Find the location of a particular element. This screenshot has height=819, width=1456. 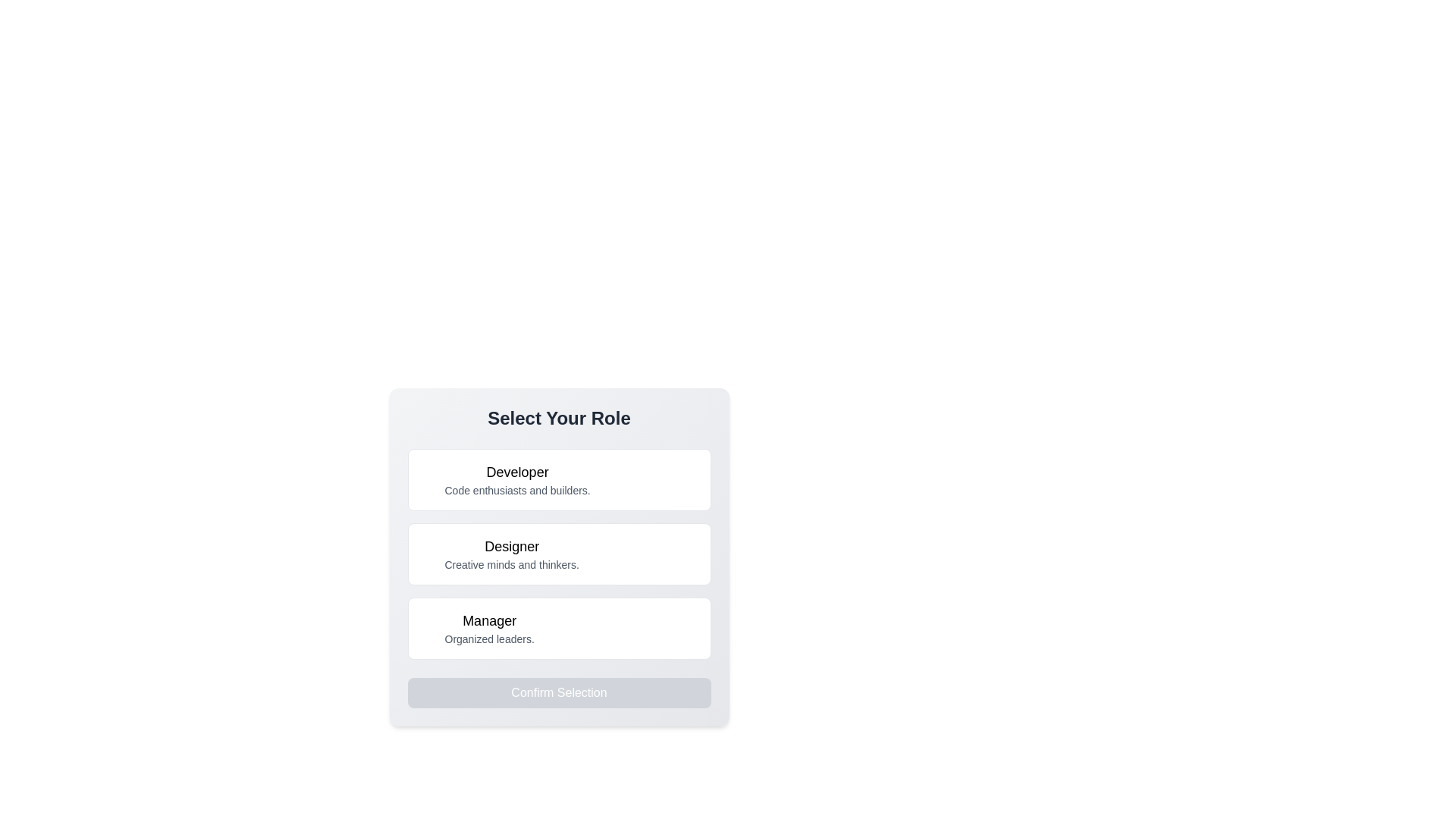

the 'Developer' card, which is a rectangular card with a white background and contains the title 'Developer' in bold at the top is located at coordinates (558, 479).